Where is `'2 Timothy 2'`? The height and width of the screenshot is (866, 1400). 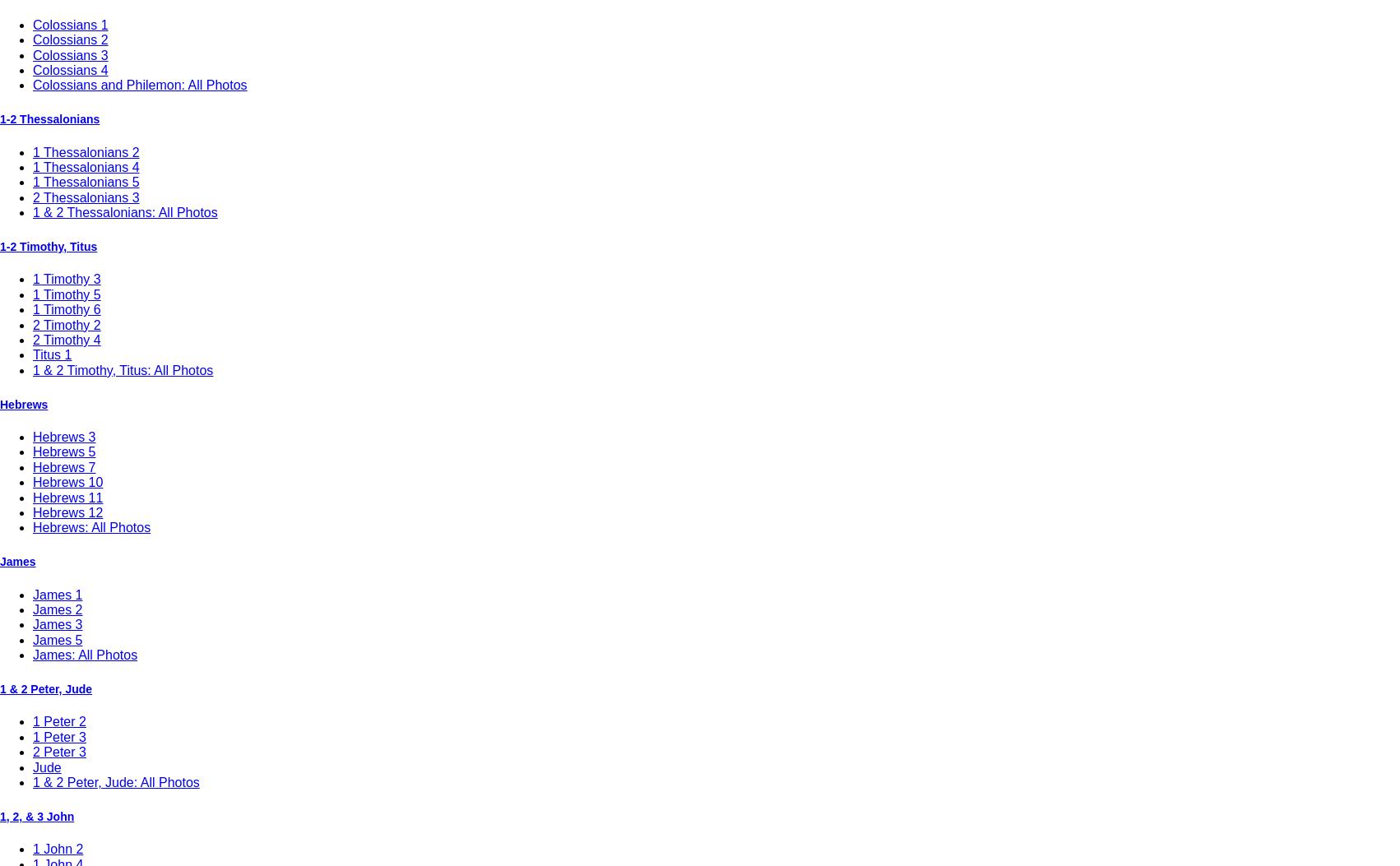 '2 Timothy 2' is located at coordinates (67, 324).